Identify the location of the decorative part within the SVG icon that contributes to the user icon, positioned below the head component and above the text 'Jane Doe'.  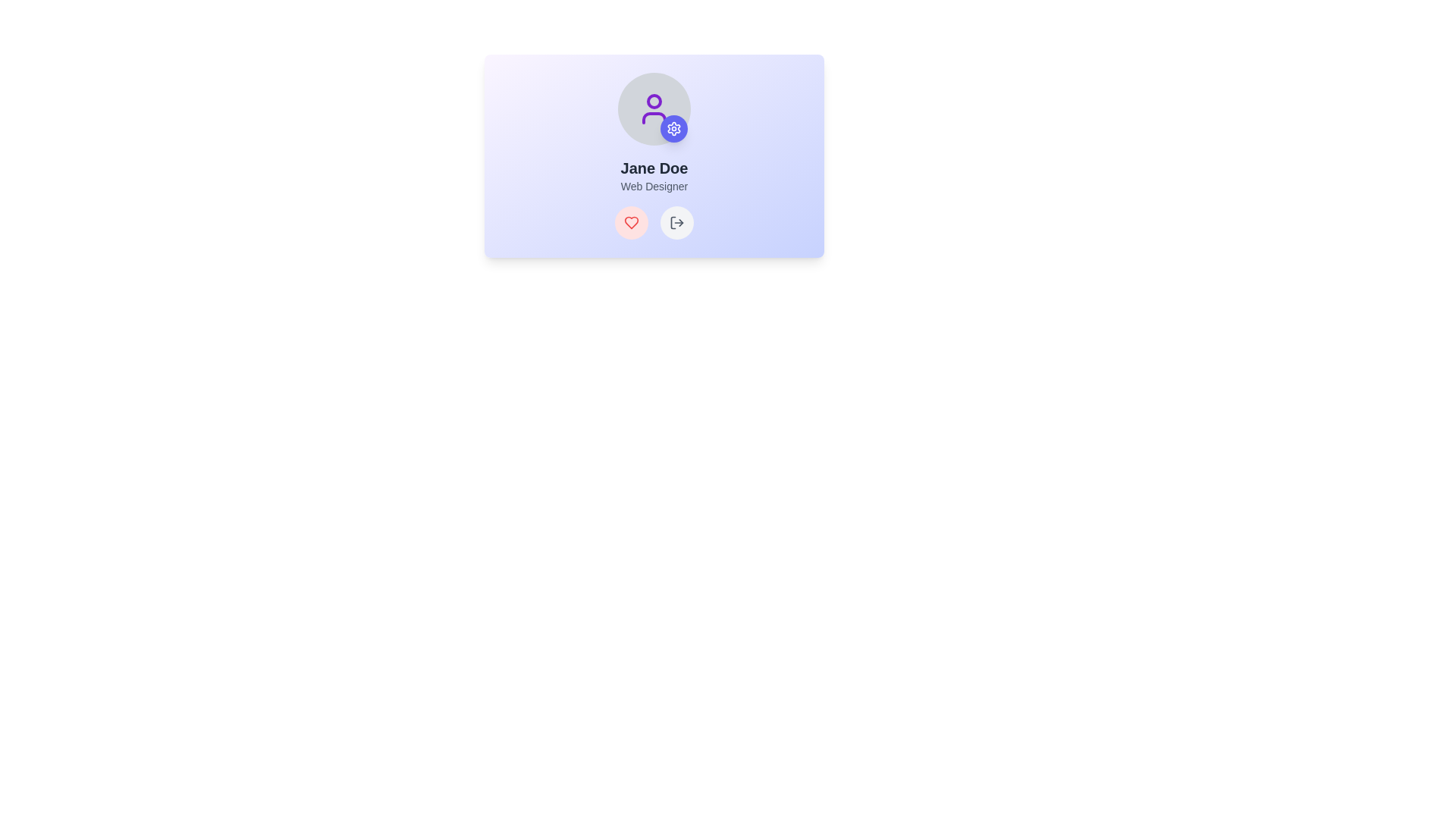
(654, 117).